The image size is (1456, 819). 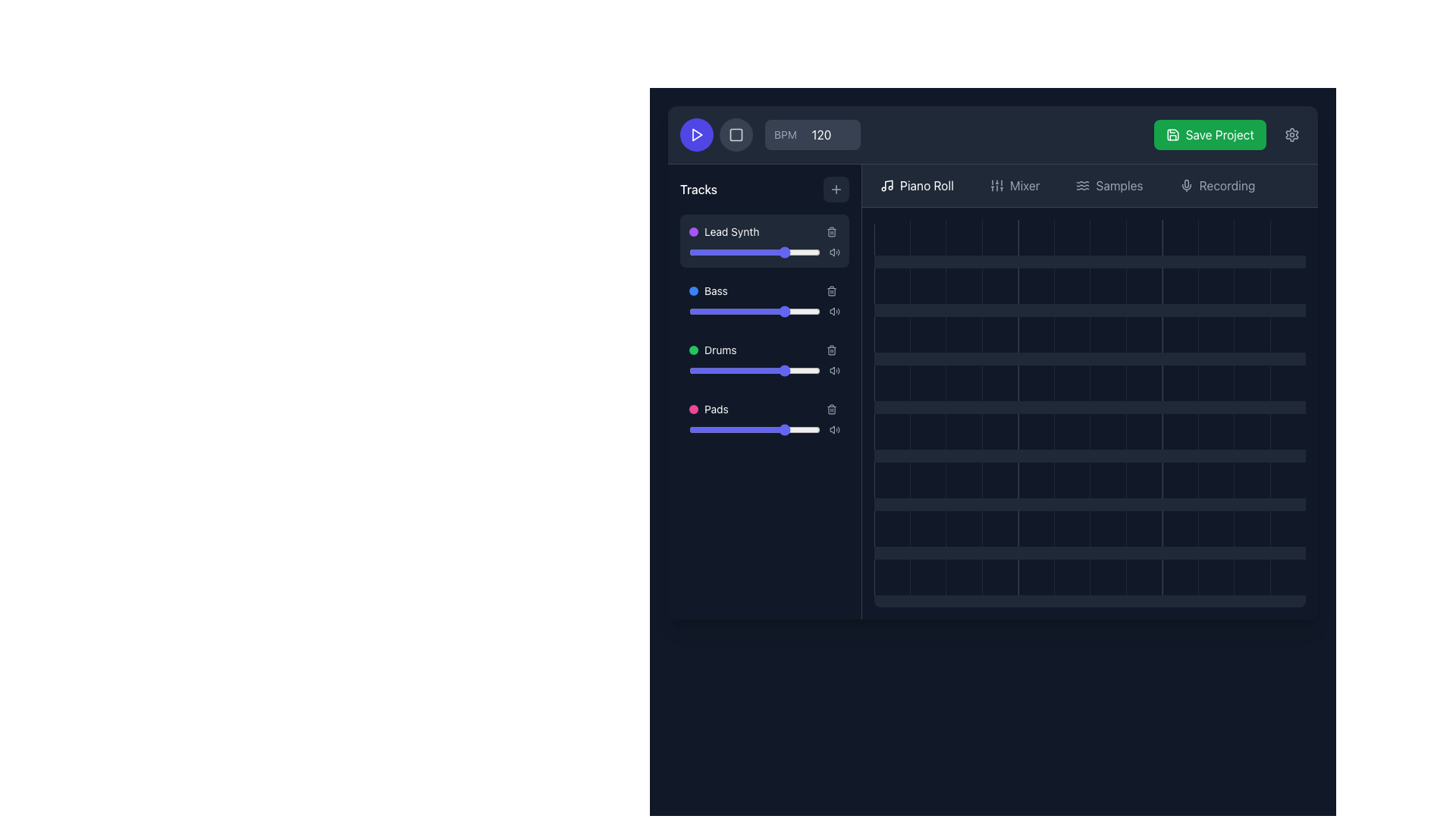 I want to click on the settings icon located at the top-right corner of the interface, so click(x=1291, y=133).